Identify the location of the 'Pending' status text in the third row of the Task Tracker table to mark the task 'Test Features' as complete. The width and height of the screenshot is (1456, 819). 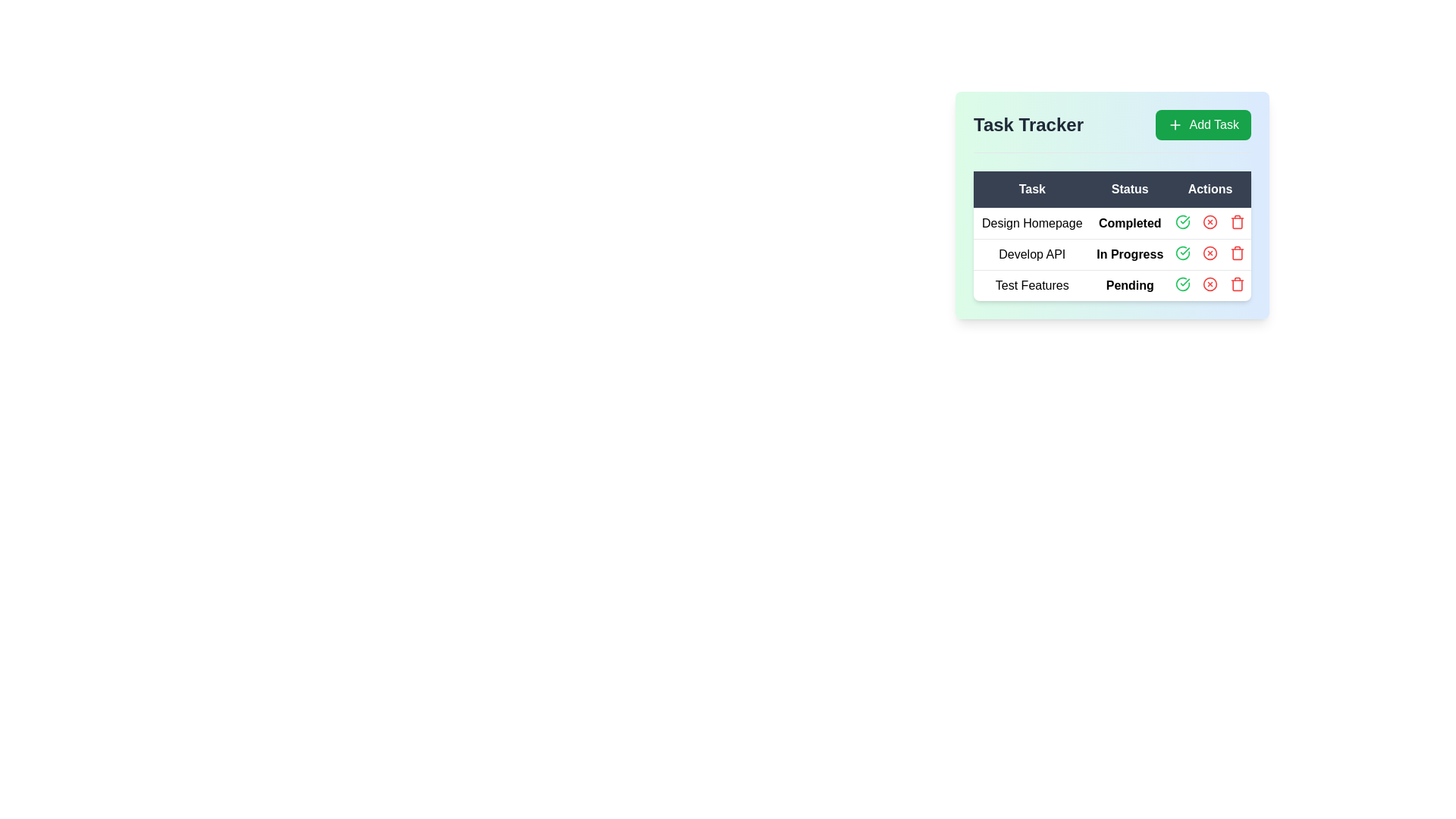
(1112, 285).